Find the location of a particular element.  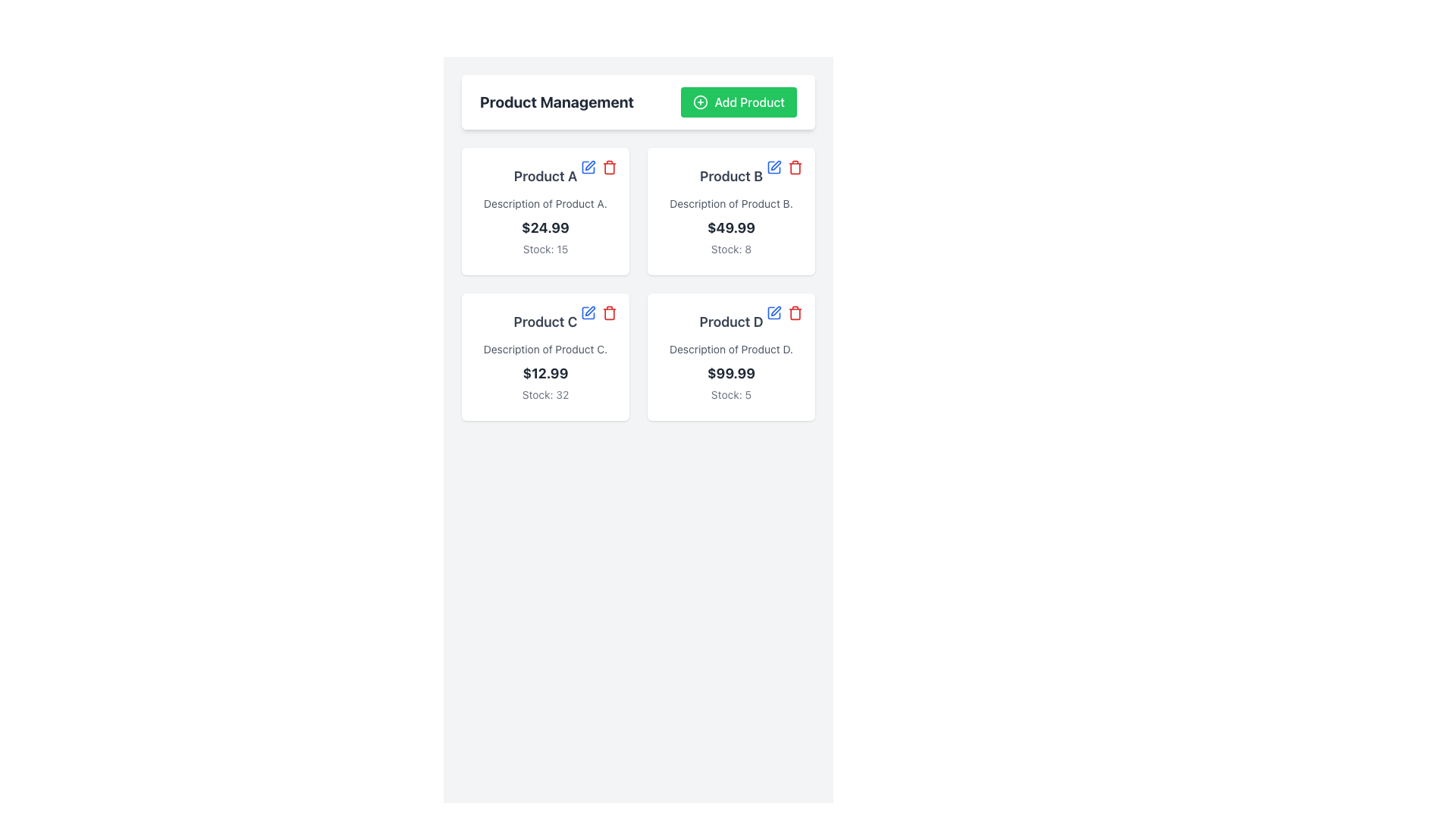

the pen icon located in the top-right corner of the 'Product D' card to initiate editing is located at coordinates (775, 309).